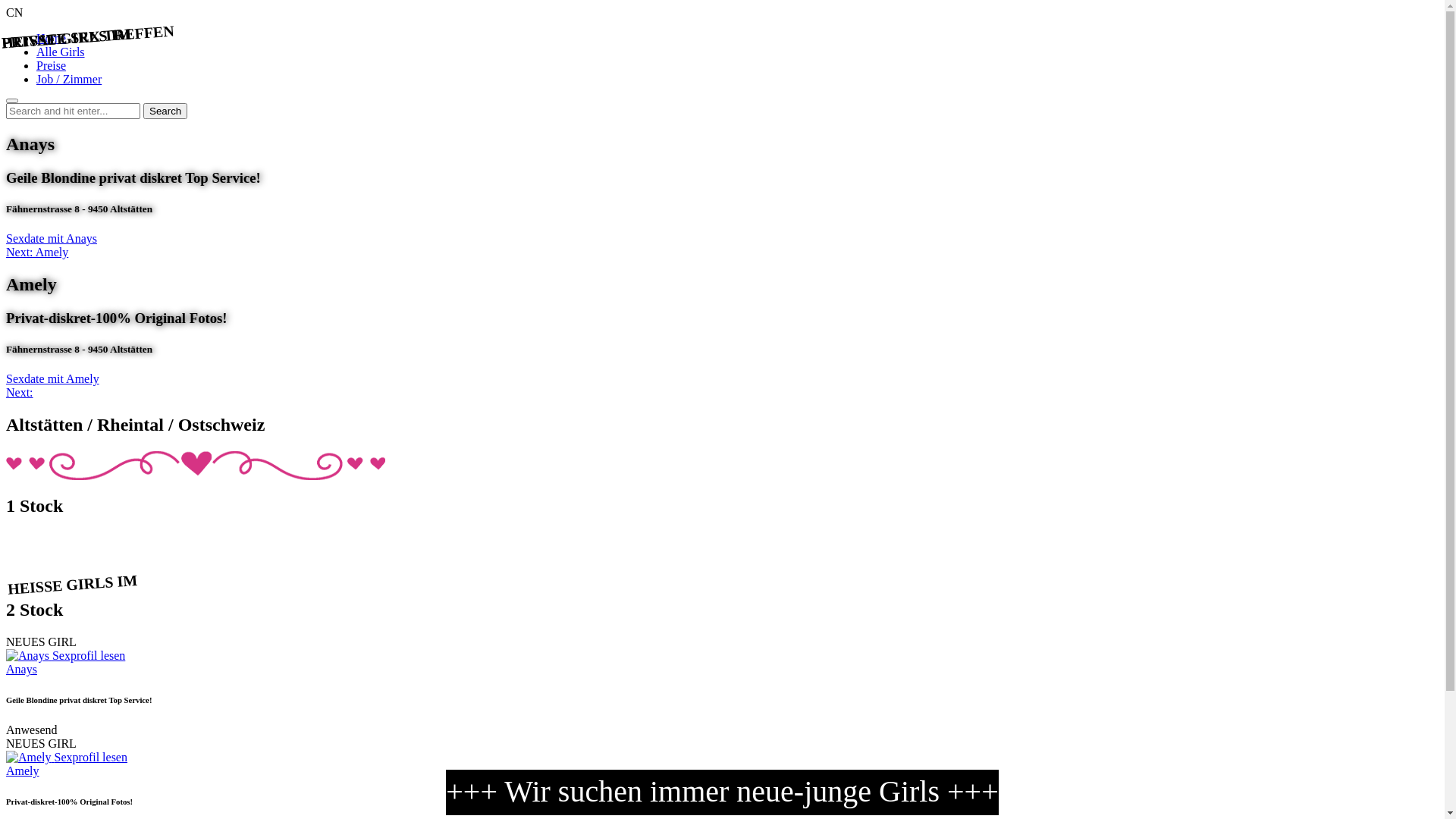 The height and width of the screenshot is (819, 1456). Describe the element at coordinates (51, 64) in the screenshot. I see `'Preise'` at that location.